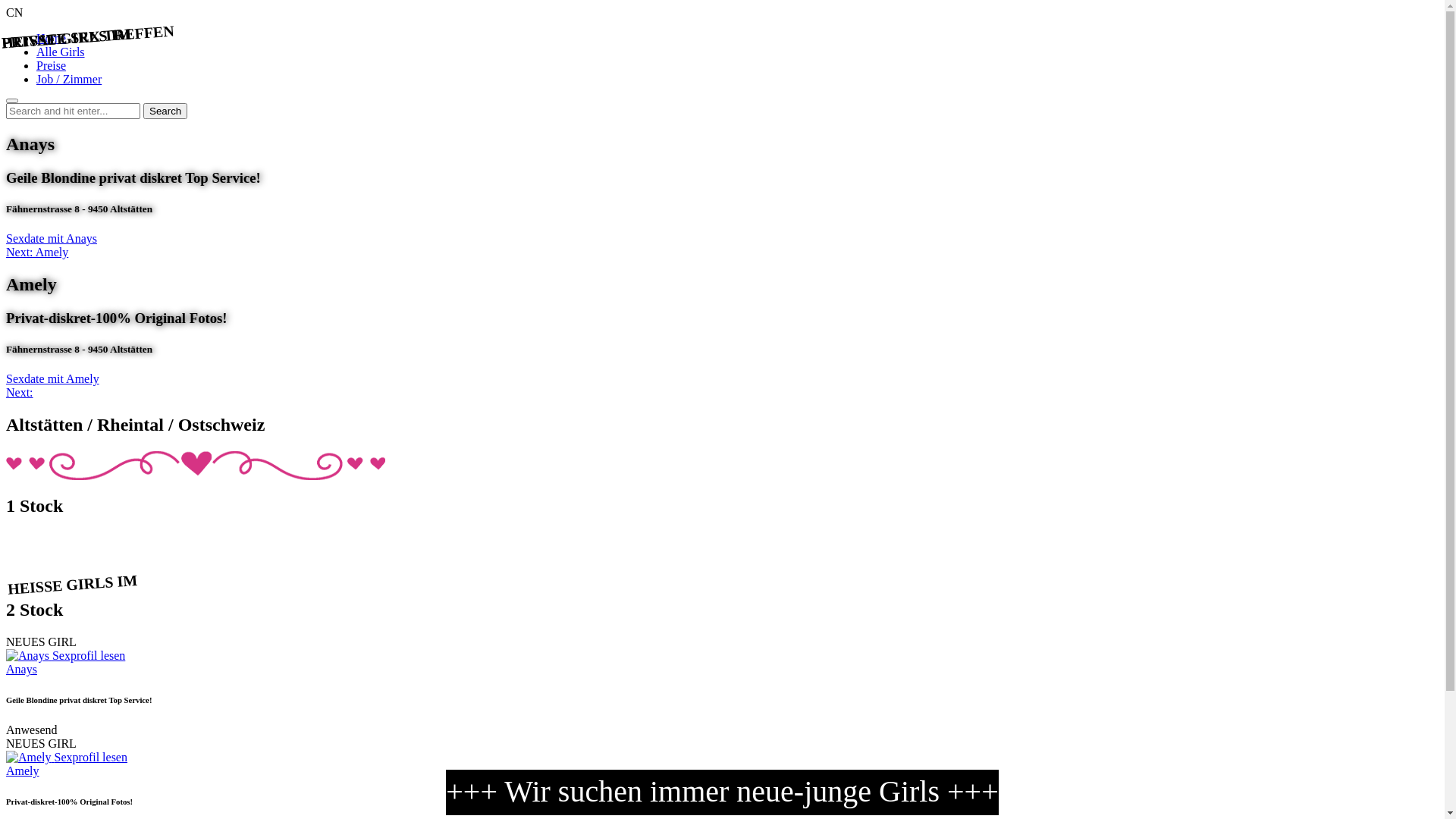 The height and width of the screenshot is (819, 1456). Describe the element at coordinates (51, 64) in the screenshot. I see `'Preise'` at that location.